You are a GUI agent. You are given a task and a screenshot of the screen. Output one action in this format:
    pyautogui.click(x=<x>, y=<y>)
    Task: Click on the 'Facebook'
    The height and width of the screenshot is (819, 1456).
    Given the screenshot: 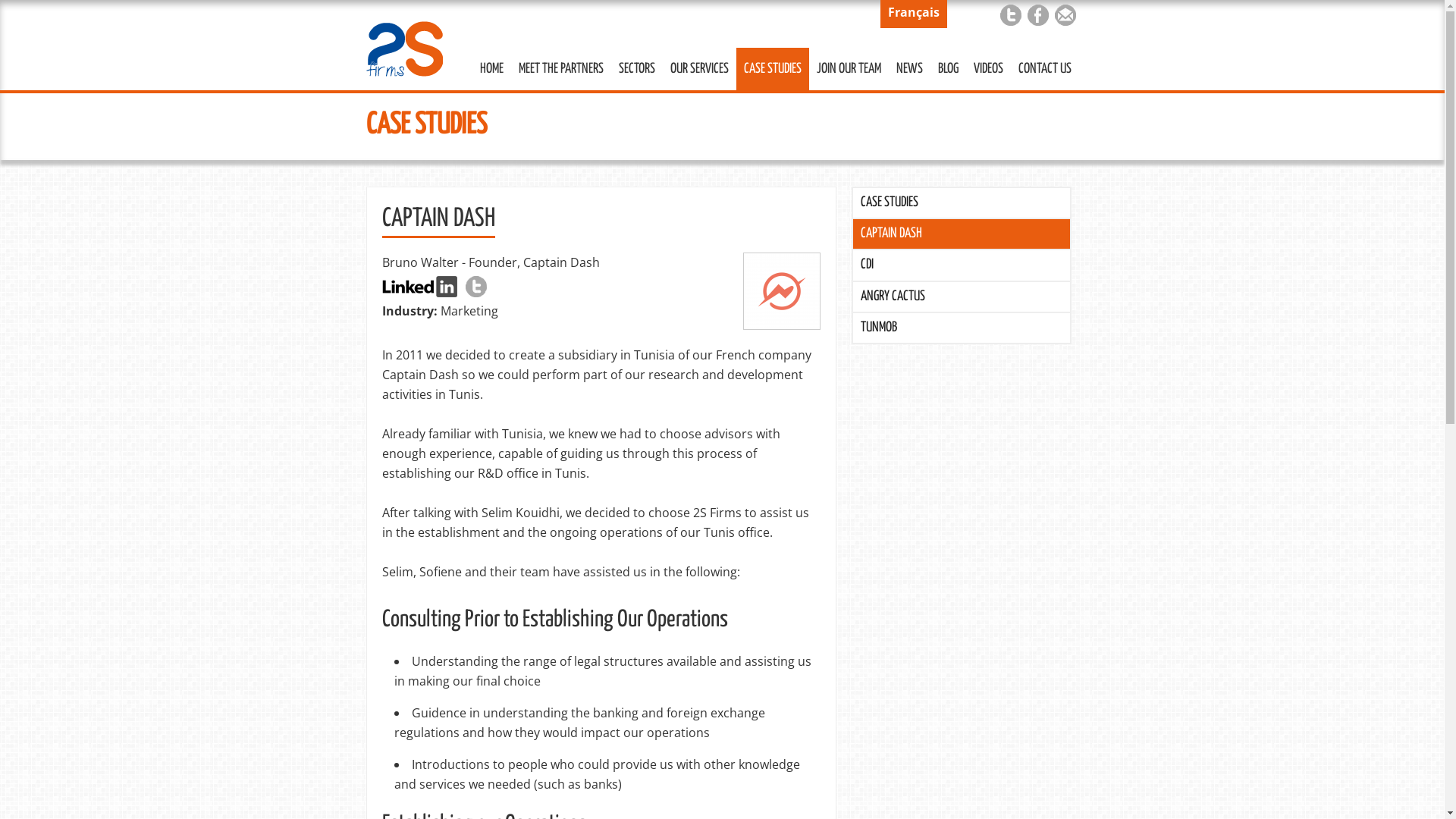 What is the action you would take?
    pyautogui.click(x=1037, y=14)
    